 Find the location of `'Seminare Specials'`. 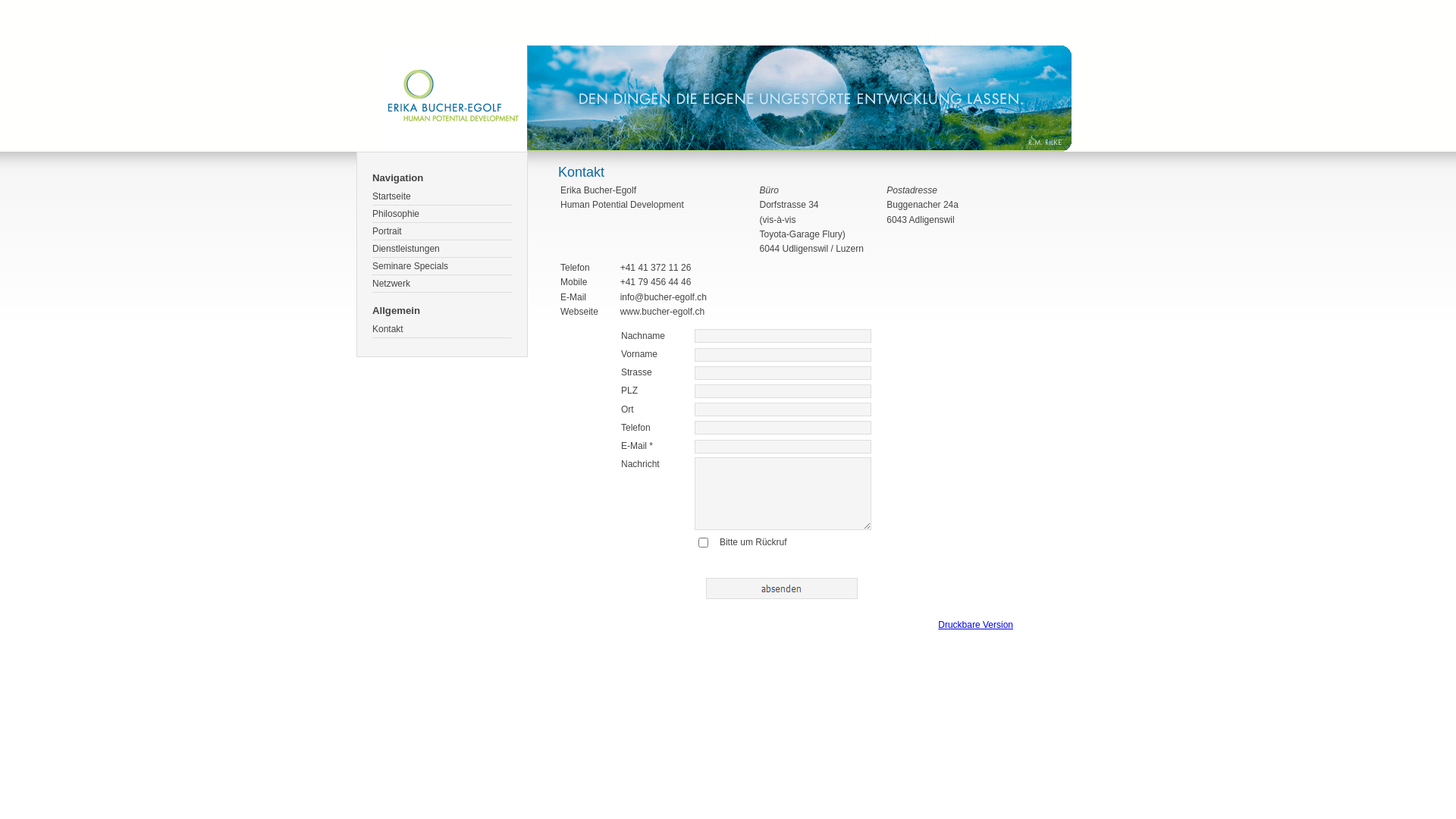

'Seminare Specials' is located at coordinates (441, 265).